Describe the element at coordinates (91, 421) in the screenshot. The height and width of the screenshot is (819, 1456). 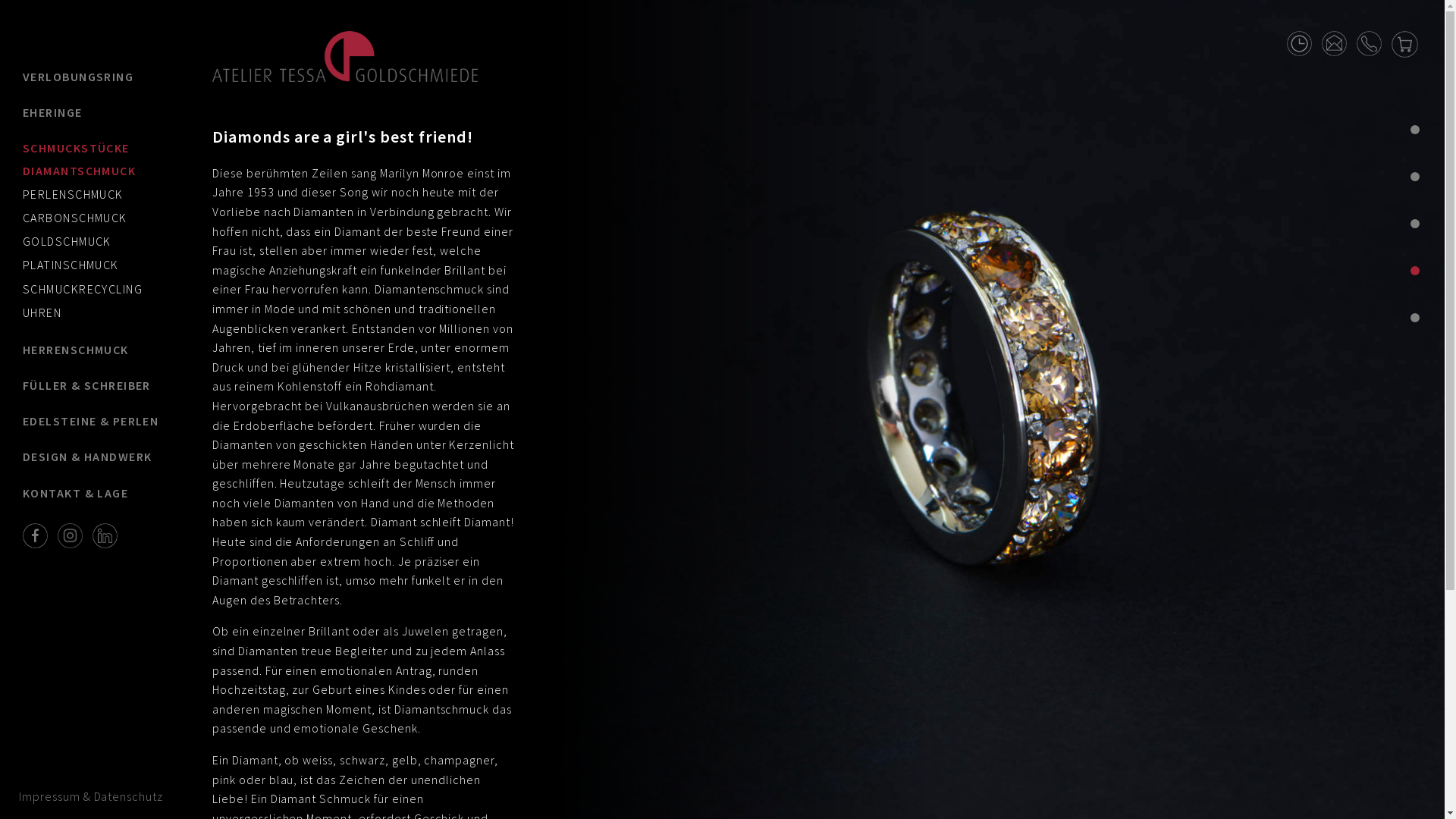
I see `'EDELSTEINE & PERLEN'` at that location.